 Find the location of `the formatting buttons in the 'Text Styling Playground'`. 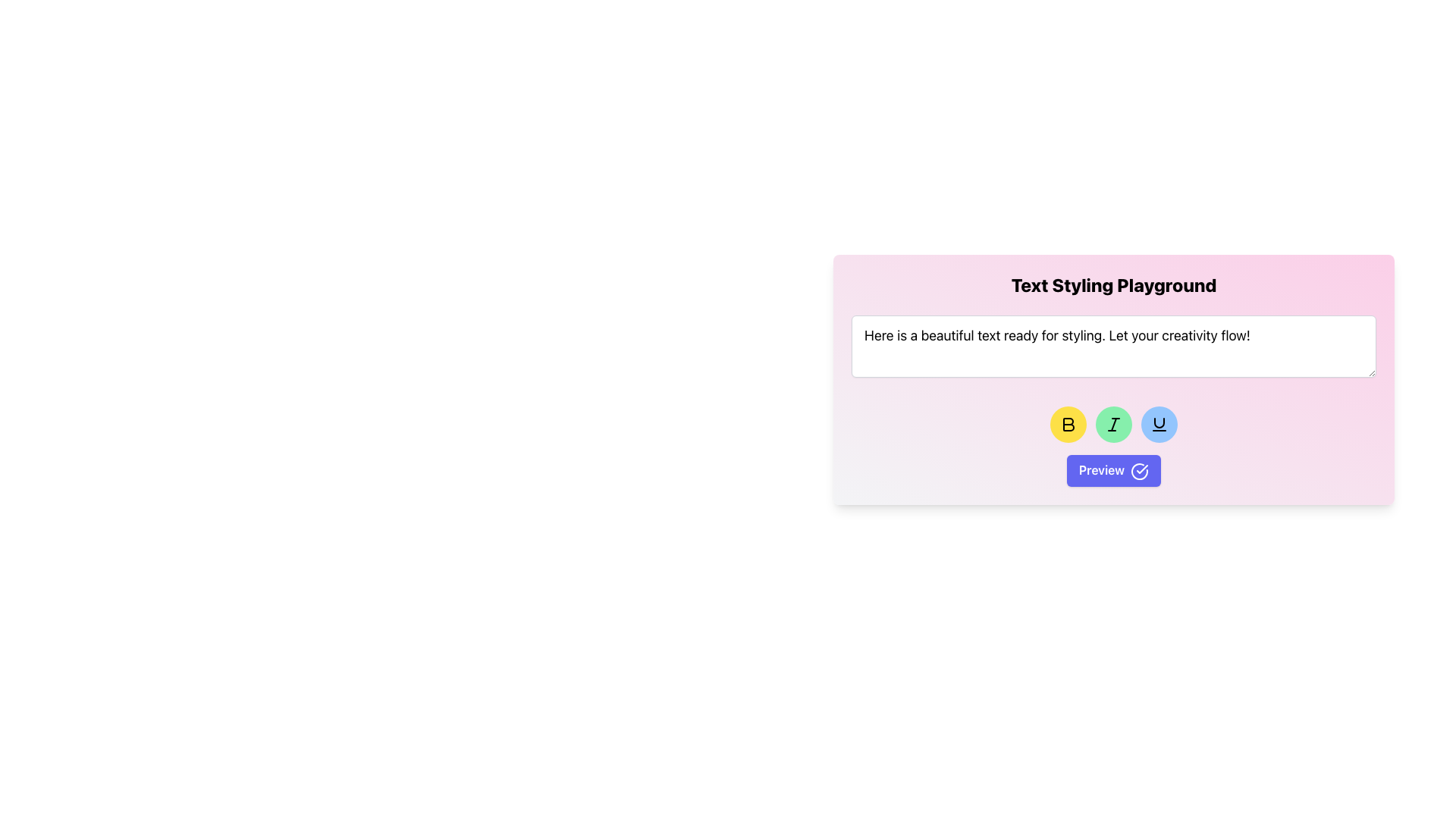

the formatting buttons in the 'Text Styling Playground' is located at coordinates (1113, 378).